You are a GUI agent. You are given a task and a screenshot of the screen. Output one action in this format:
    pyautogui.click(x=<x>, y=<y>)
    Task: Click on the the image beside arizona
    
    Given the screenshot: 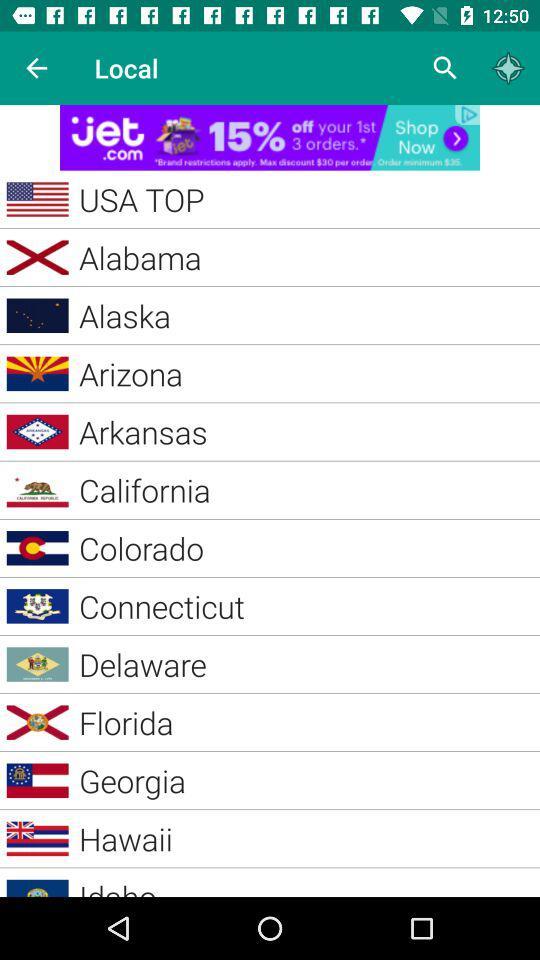 What is the action you would take?
    pyautogui.click(x=38, y=373)
    